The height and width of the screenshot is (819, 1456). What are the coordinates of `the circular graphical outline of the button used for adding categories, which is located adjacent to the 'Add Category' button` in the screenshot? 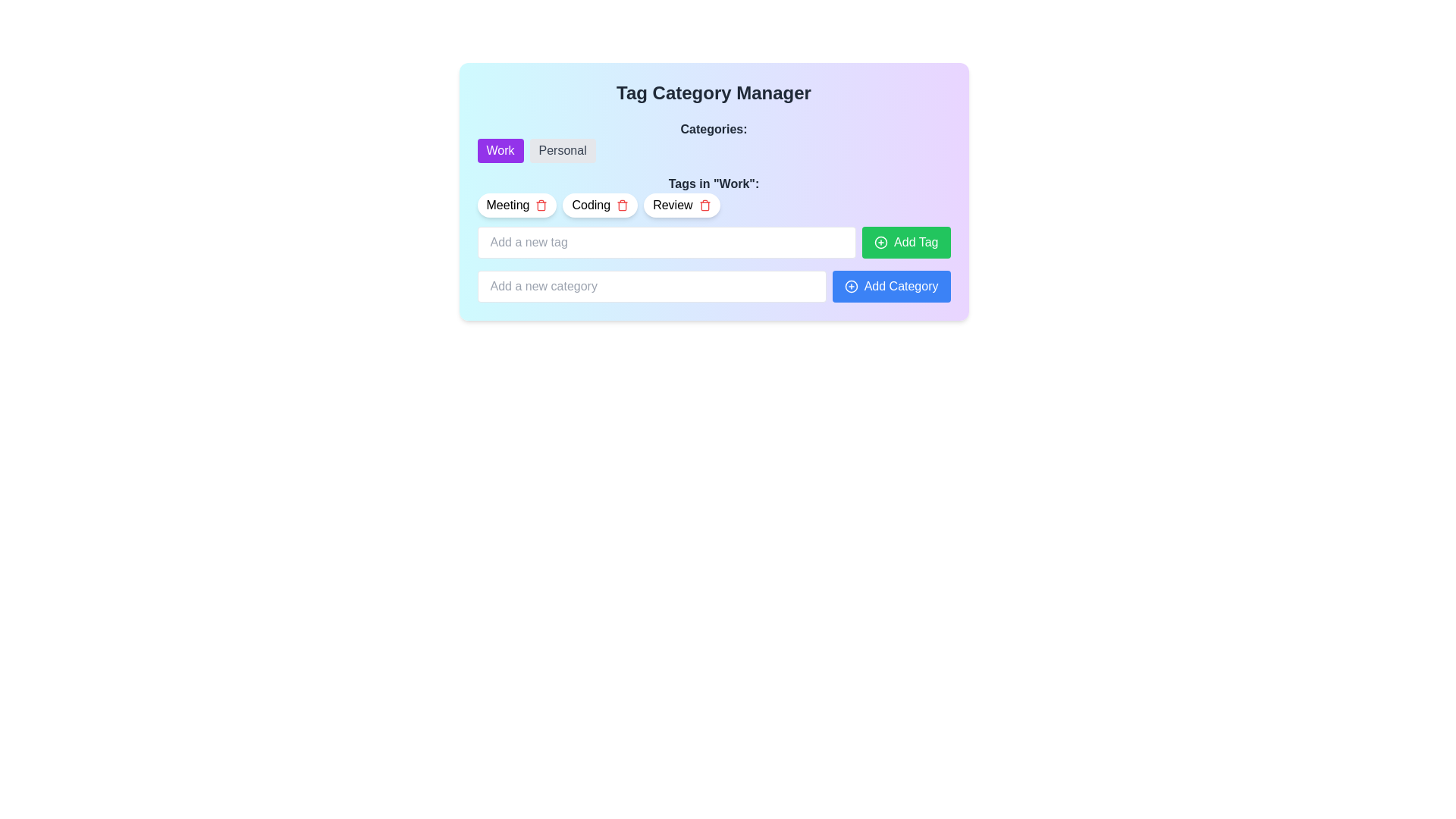 It's located at (851, 287).